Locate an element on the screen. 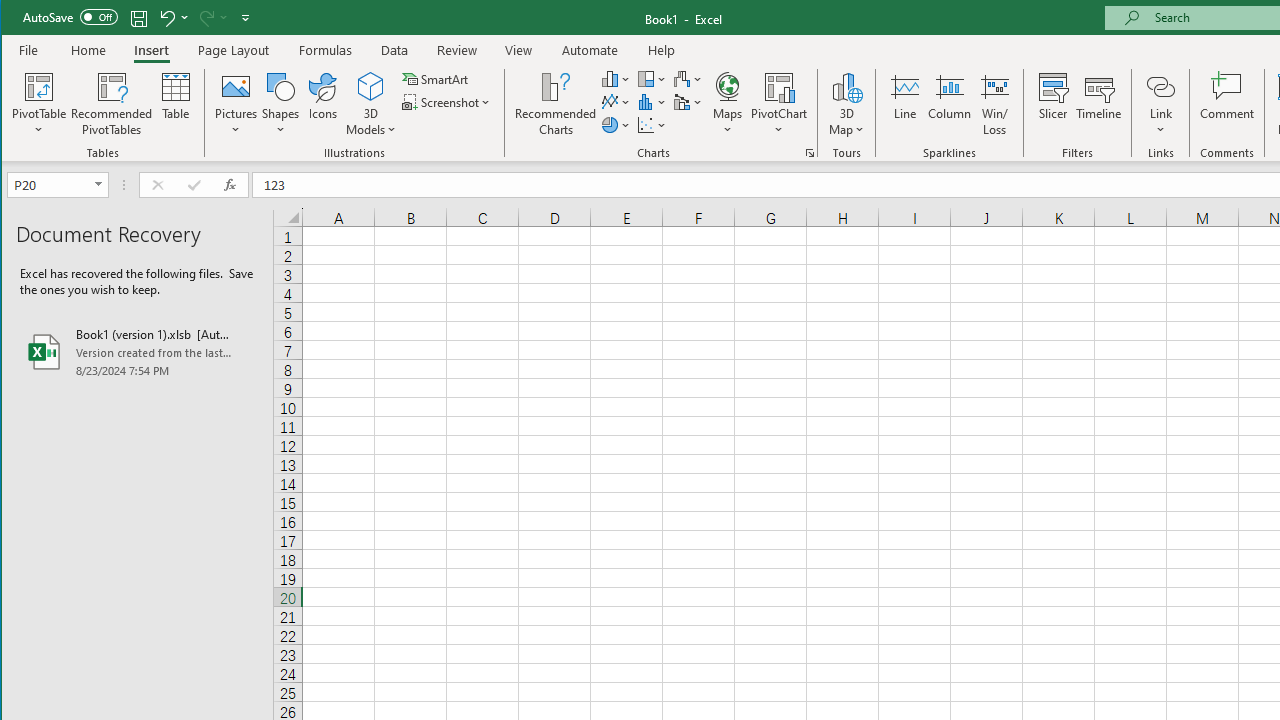 The width and height of the screenshot is (1280, 720). 'Review' is located at coordinates (455, 49).